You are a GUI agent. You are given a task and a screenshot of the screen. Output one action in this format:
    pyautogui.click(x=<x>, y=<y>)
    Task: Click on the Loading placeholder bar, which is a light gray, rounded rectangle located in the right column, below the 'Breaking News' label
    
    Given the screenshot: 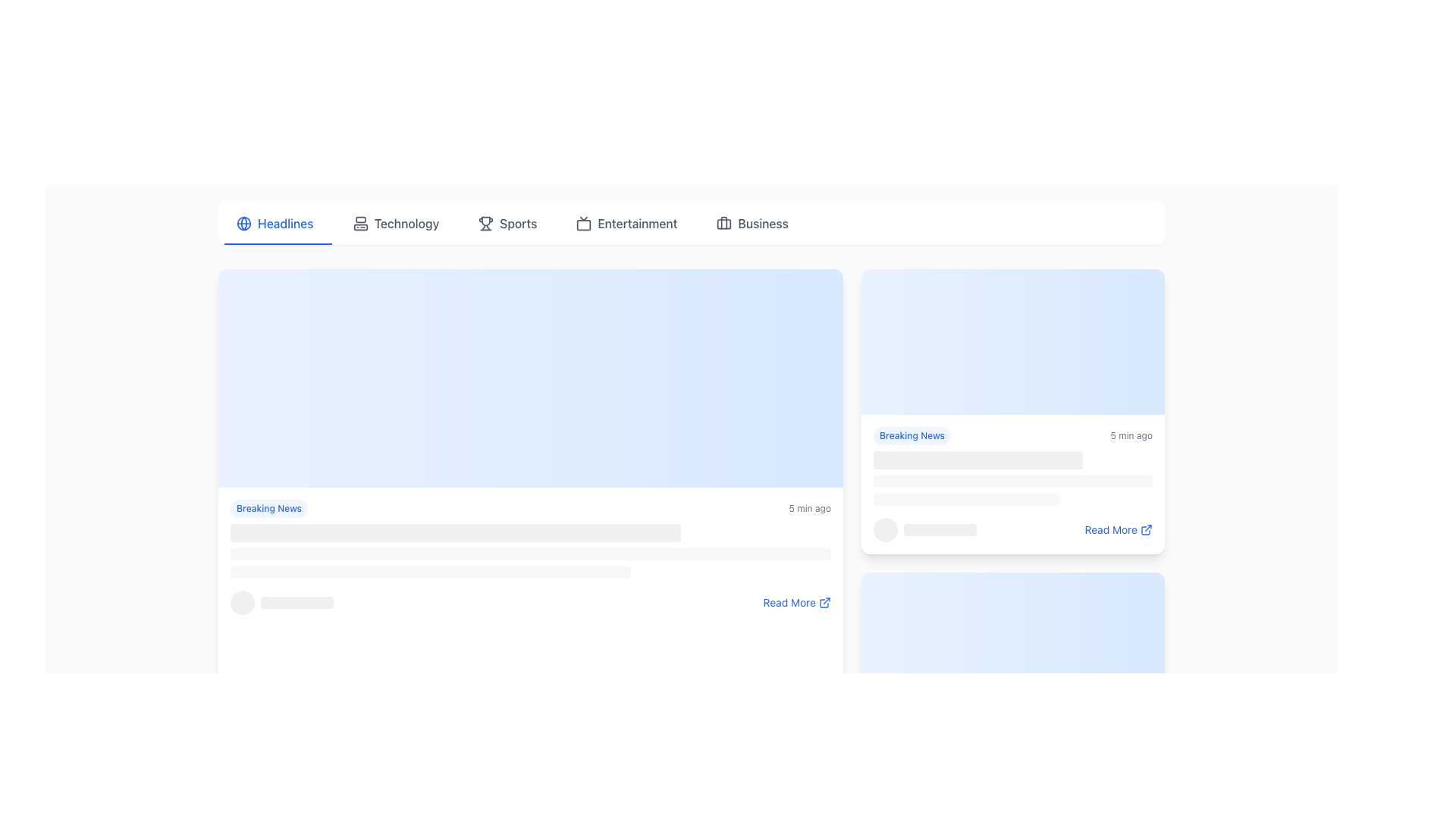 What is the action you would take?
    pyautogui.click(x=965, y=500)
    